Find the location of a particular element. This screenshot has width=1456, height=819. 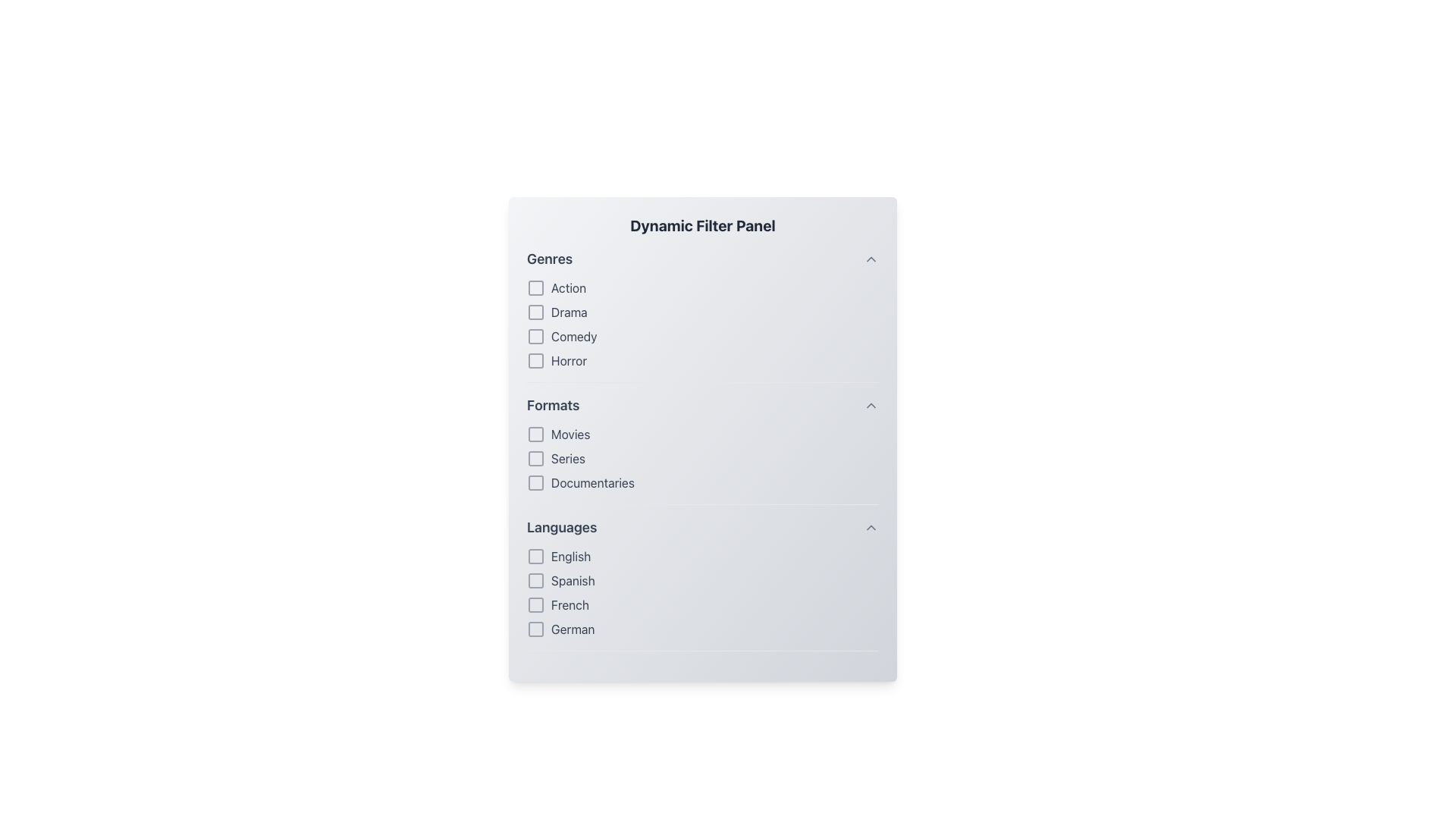

the checkbox for 'German' in the 'Languages' section is located at coordinates (535, 629).